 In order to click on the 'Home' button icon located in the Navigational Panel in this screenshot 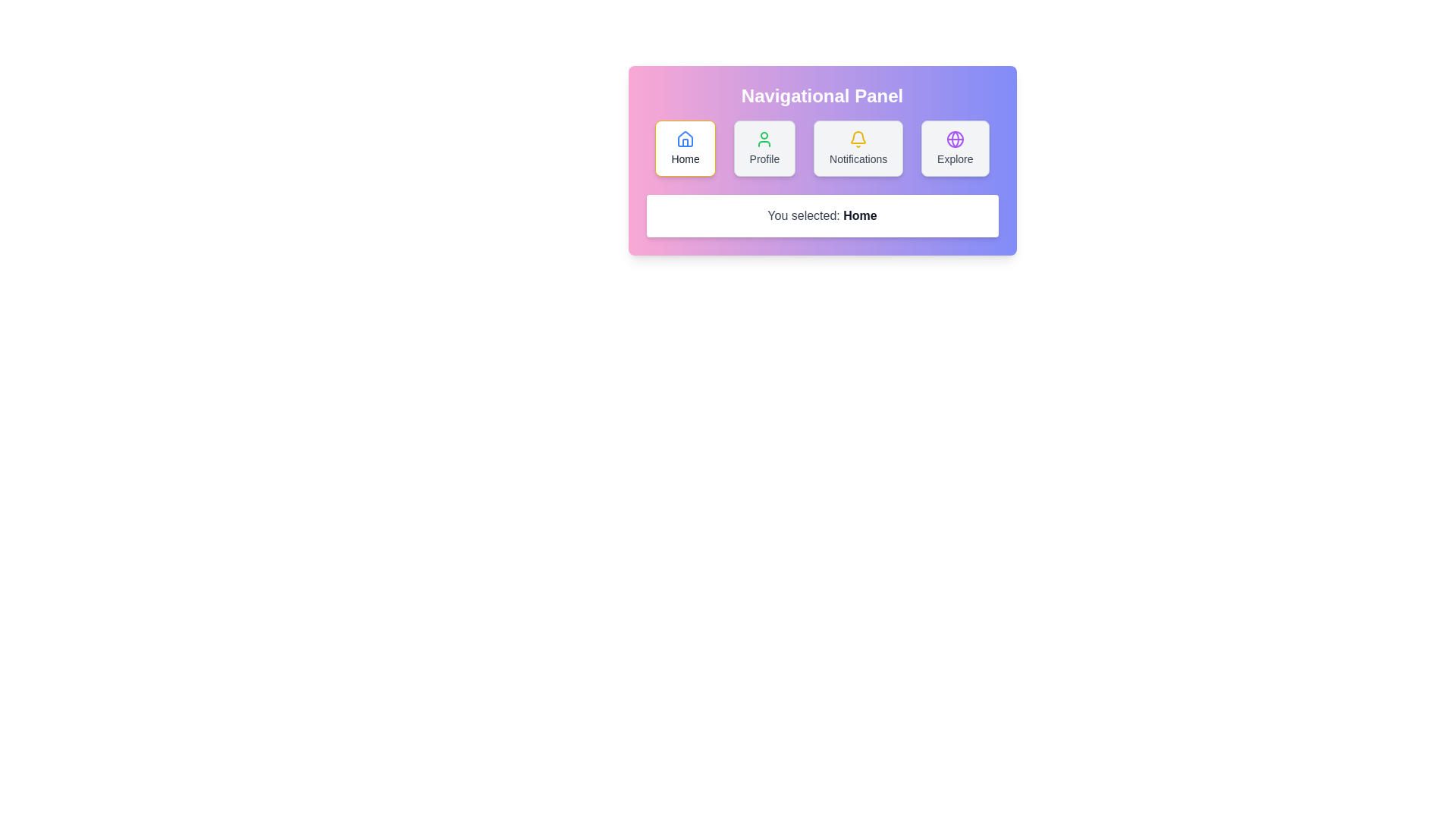, I will do `click(684, 138)`.